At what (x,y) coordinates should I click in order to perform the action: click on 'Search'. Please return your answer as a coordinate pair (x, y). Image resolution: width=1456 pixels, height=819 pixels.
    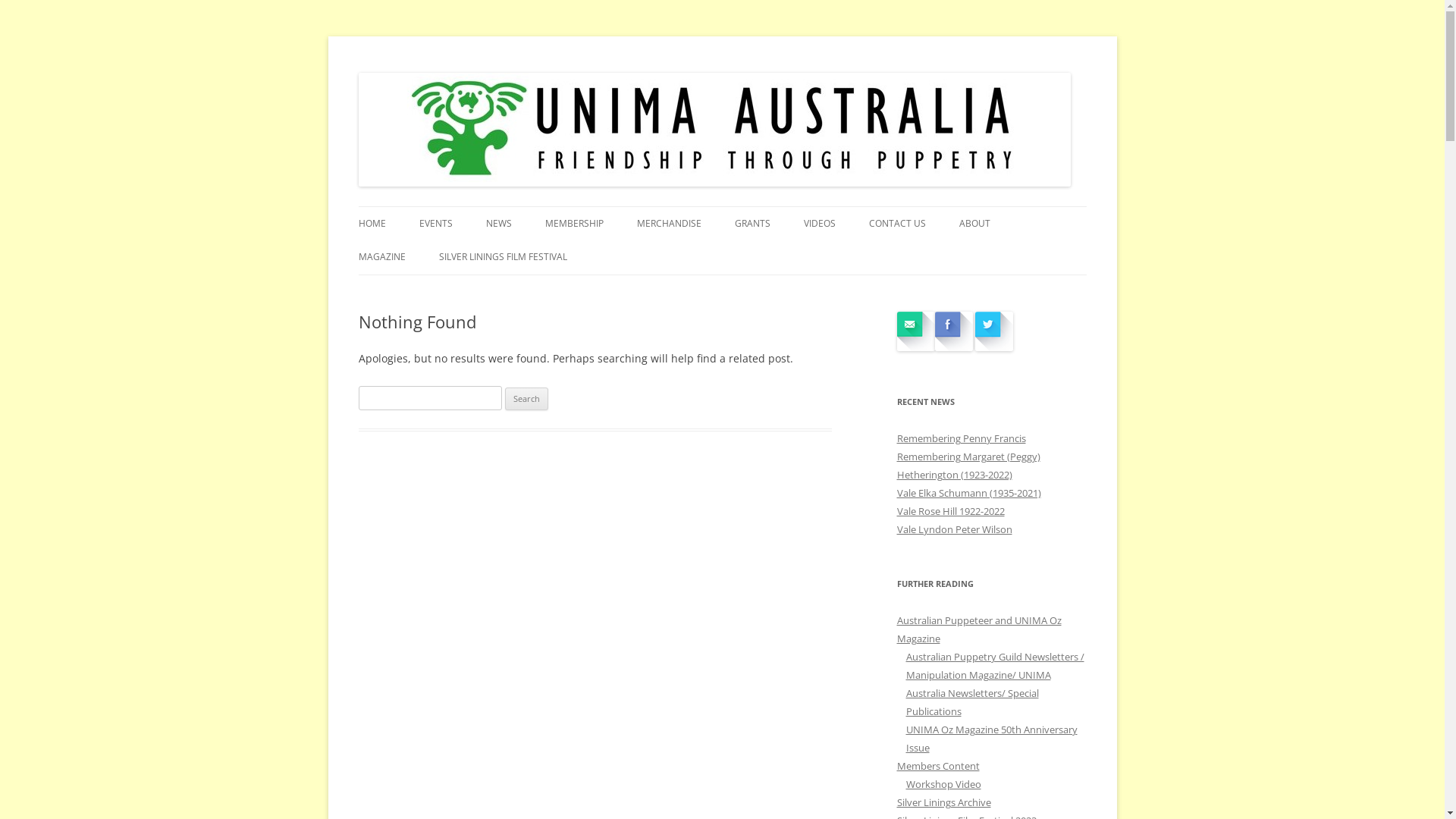
    Looking at the image, I should click on (505, 397).